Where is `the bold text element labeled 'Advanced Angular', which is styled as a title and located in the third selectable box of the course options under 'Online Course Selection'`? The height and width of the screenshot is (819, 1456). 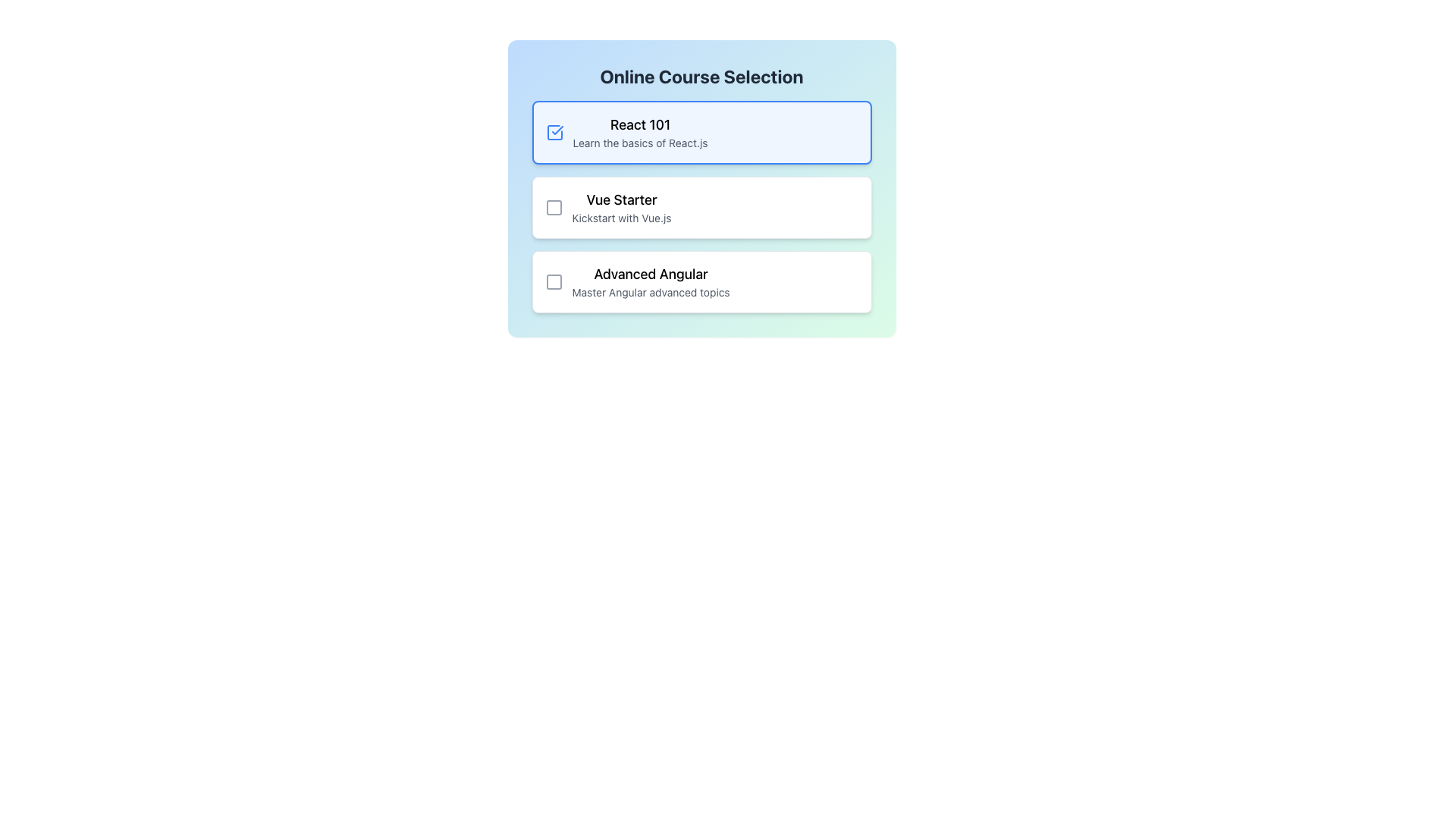
the bold text element labeled 'Advanced Angular', which is styled as a title and located in the third selectable box of the course options under 'Online Course Selection' is located at coordinates (651, 275).